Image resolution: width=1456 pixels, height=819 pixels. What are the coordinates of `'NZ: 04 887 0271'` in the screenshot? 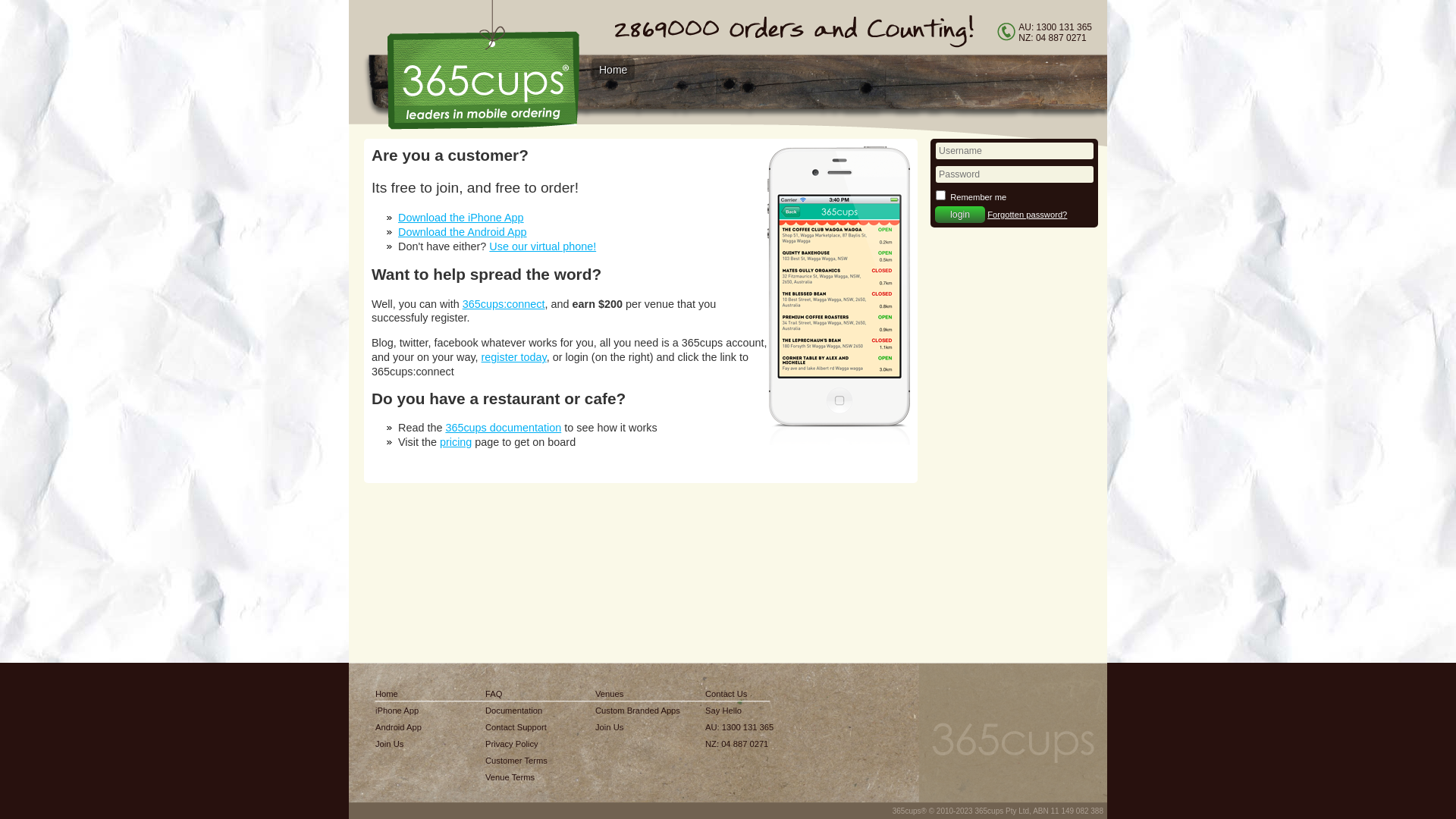 It's located at (704, 742).